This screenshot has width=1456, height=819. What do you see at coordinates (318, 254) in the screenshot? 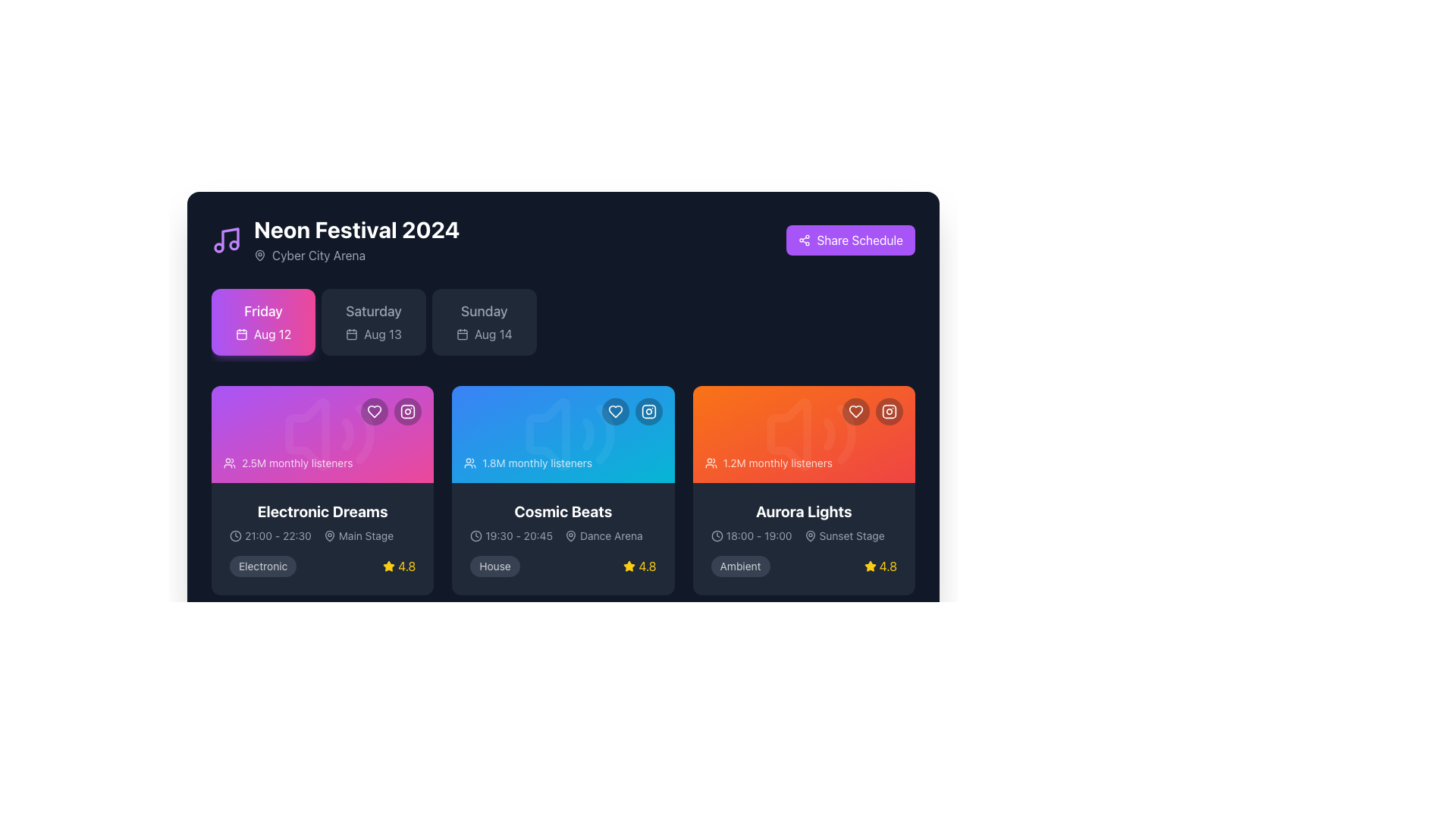
I see `the text label reading 'Cyber City Arena', which is in light gray font on a dark background, located below the main heading 'Neon Festival 2024'` at bounding box center [318, 254].